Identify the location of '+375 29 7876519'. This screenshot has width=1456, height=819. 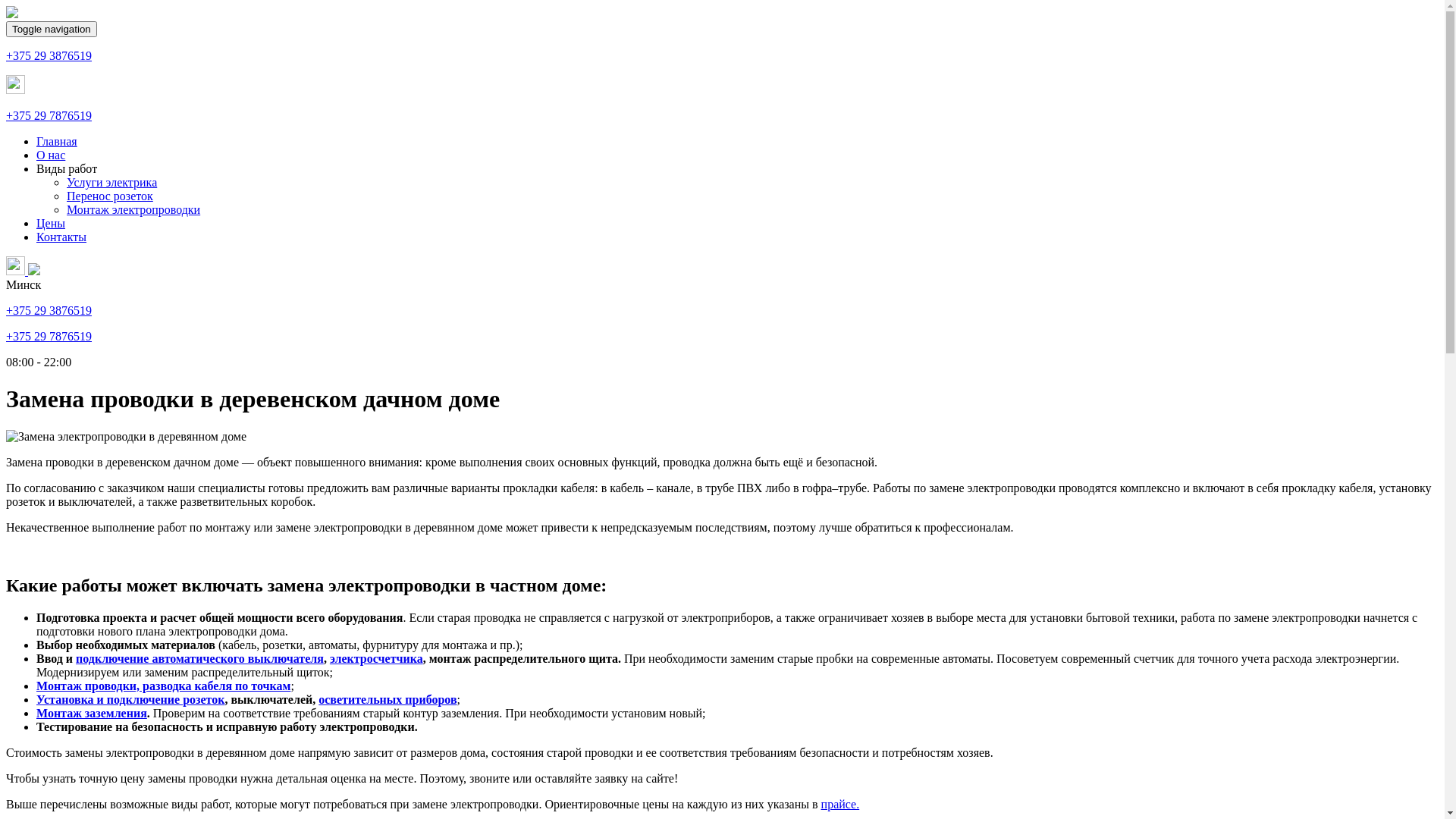
(49, 335).